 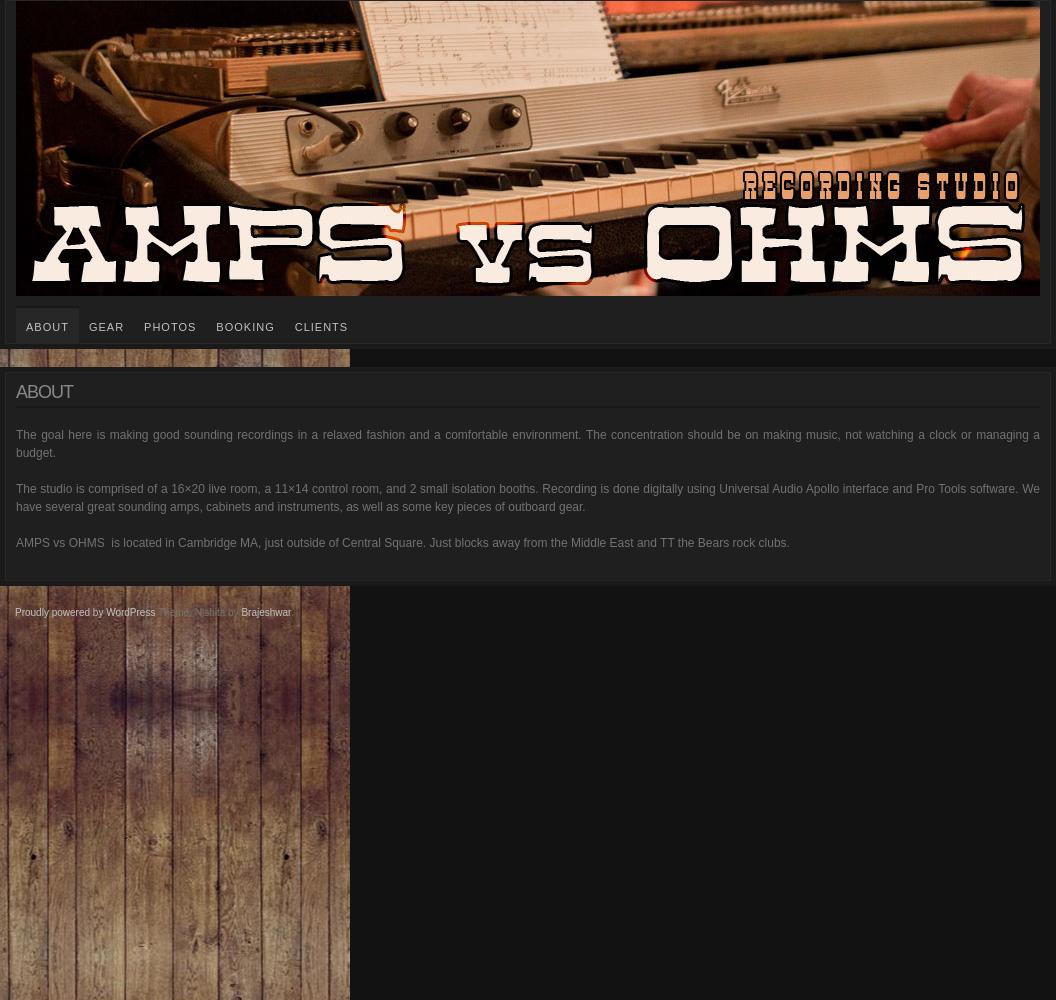 I want to click on '.', so click(x=291, y=611).